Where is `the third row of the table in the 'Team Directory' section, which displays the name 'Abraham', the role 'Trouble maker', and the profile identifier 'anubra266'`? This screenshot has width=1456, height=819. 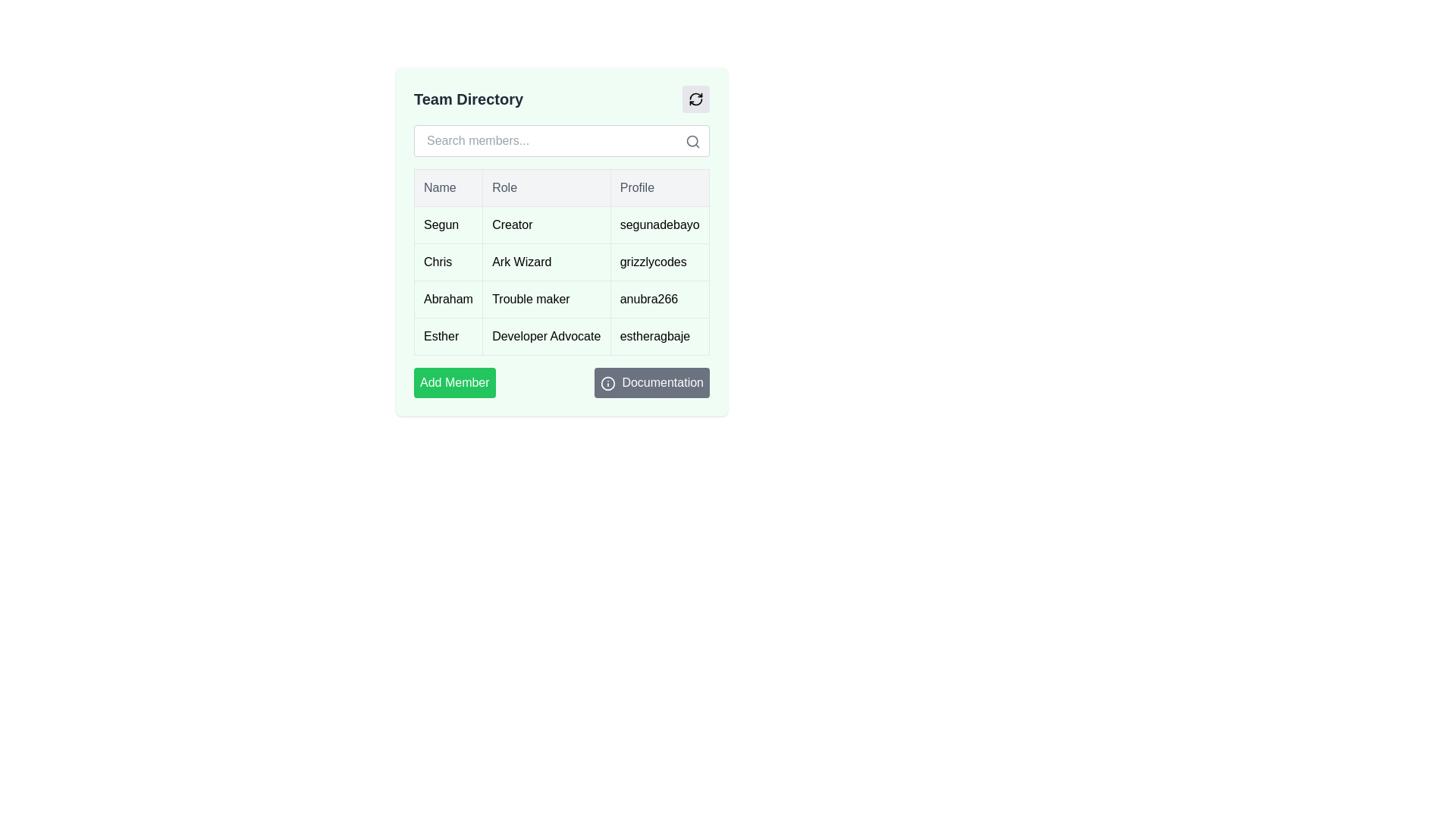
the third row of the table in the 'Team Directory' section, which displays the name 'Abraham', the role 'Trouble maker', and the profile identifier 'anubra266' is located at coordinates (560, 299).